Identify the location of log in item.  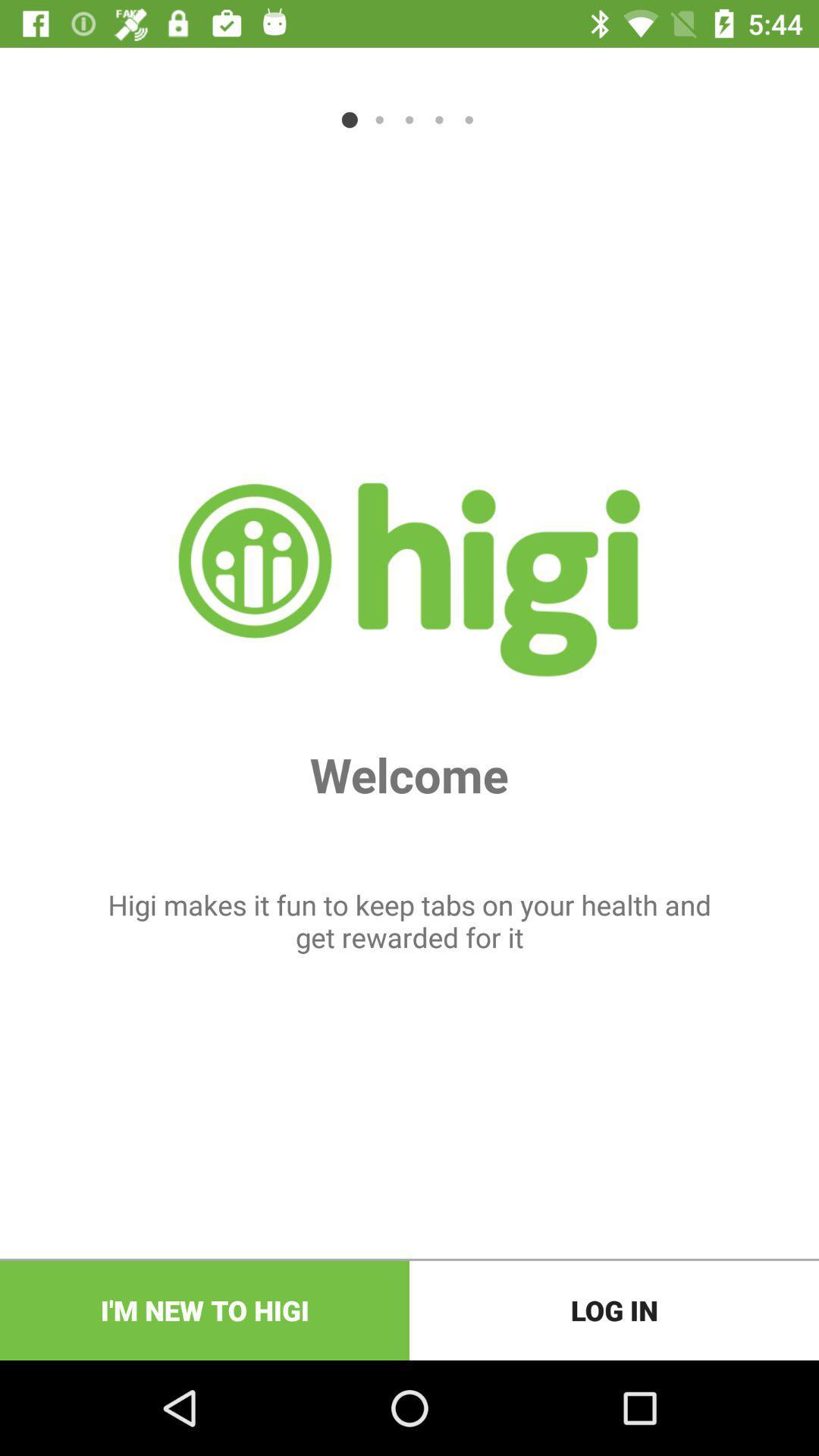
(614, 1310).